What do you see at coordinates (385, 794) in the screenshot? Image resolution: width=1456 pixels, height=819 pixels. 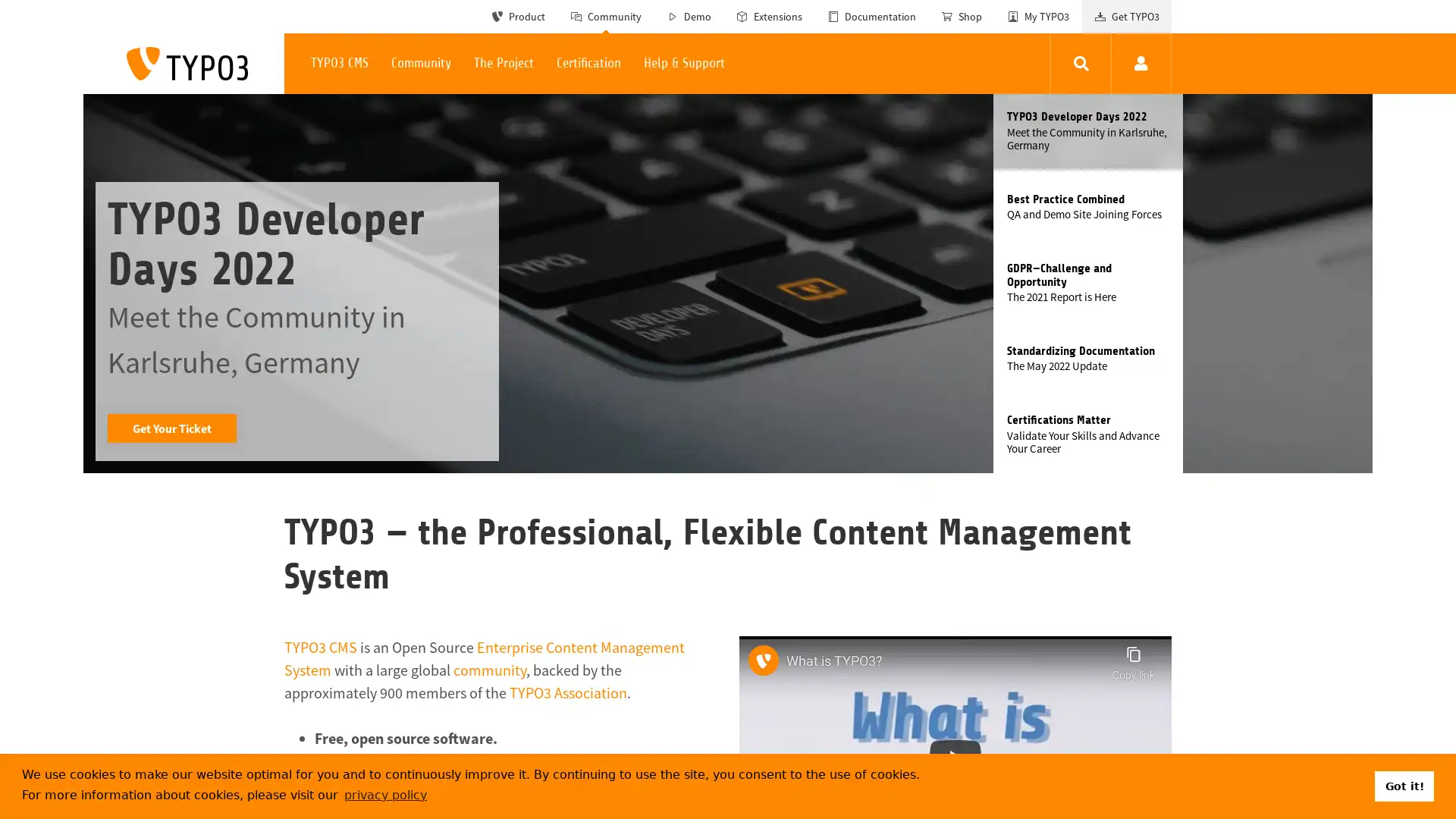 I see `learn more about cookies` at bounding box center [385, 794].